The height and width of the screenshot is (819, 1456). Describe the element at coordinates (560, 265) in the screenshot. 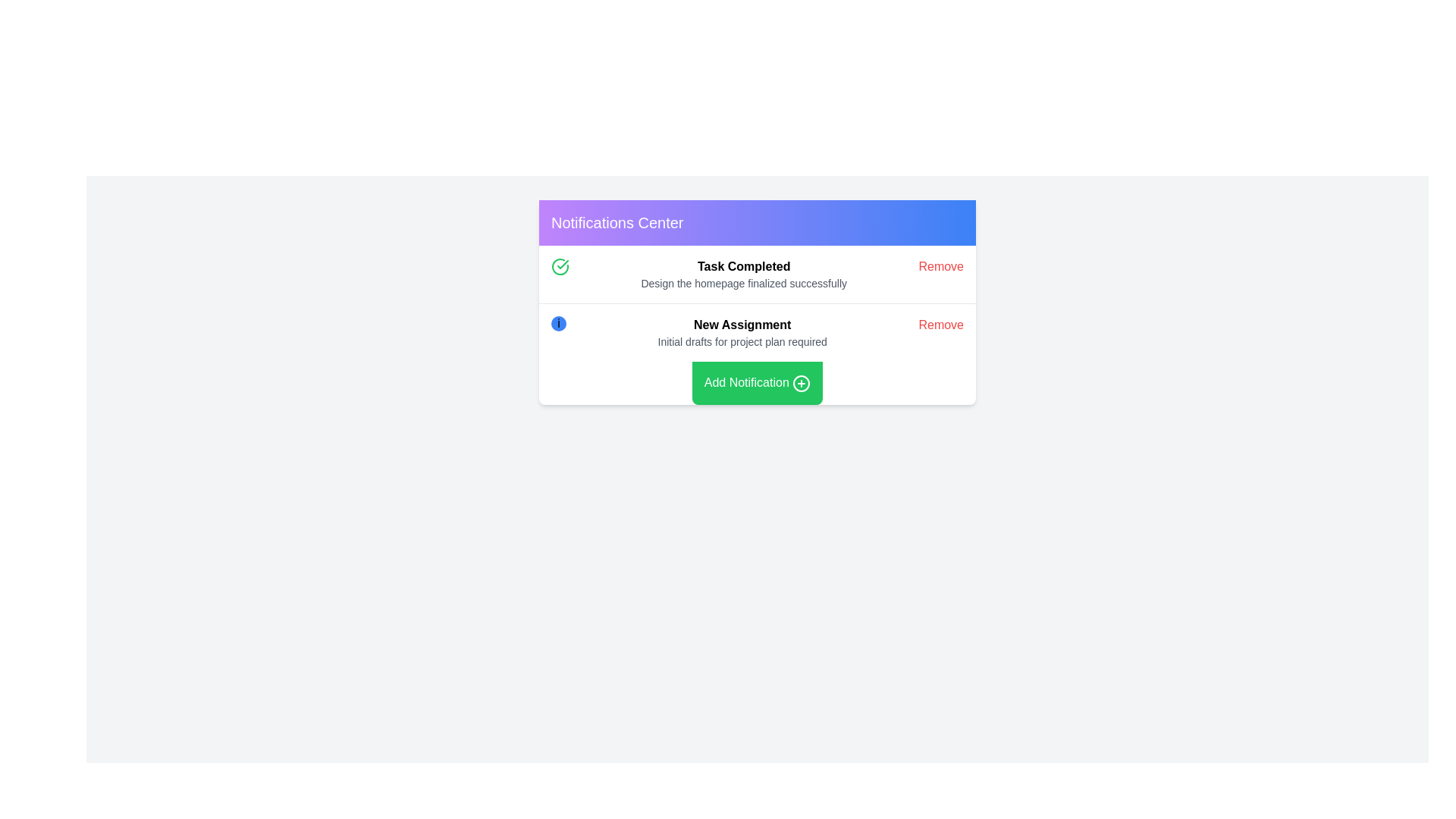

I see `the circular green checkmark icon that symbolizes success, positioned on the left side of the 'Task Completed' text` at that location.